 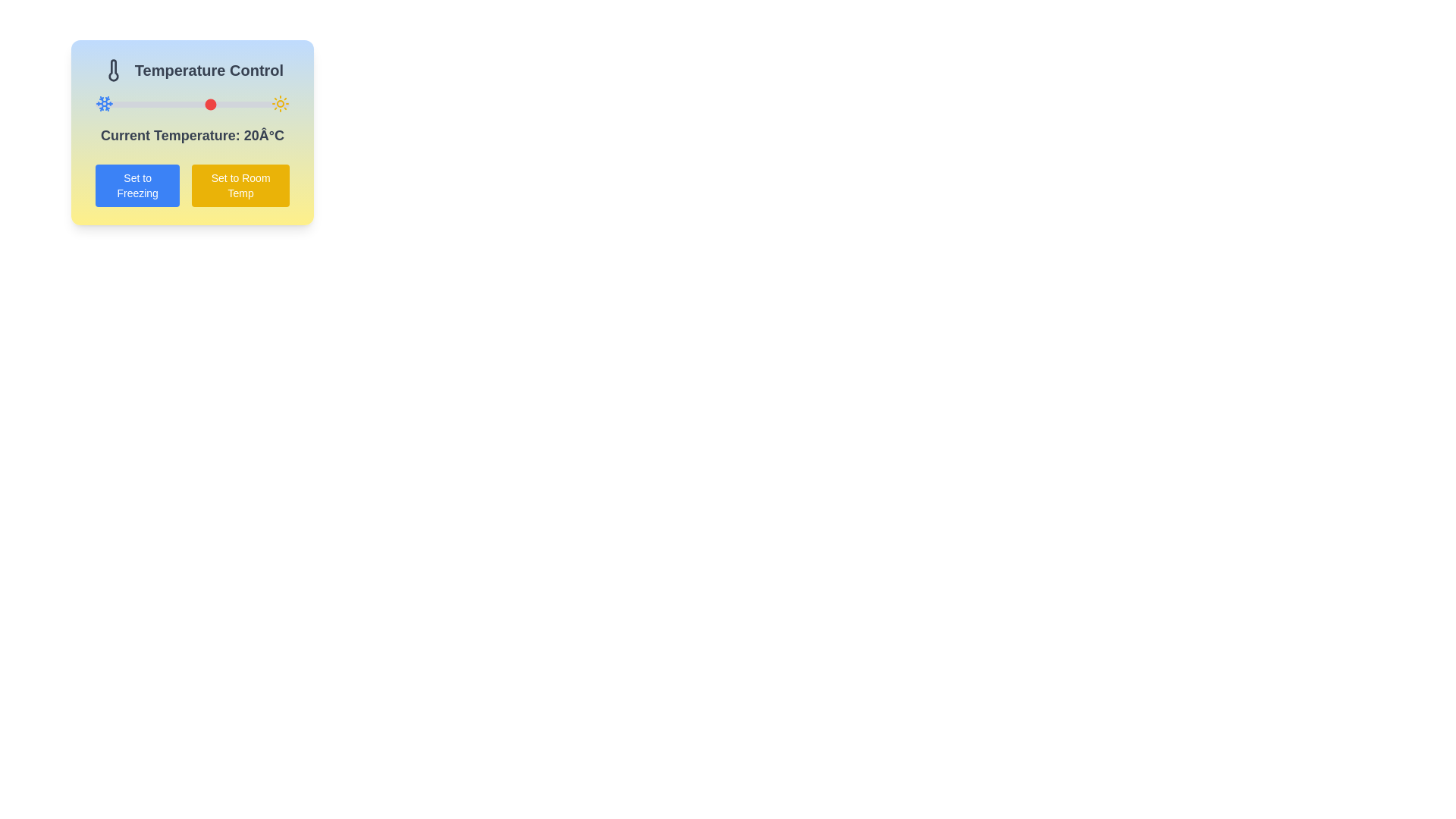 I want to click on the temperature, so click(x=258, y=104).